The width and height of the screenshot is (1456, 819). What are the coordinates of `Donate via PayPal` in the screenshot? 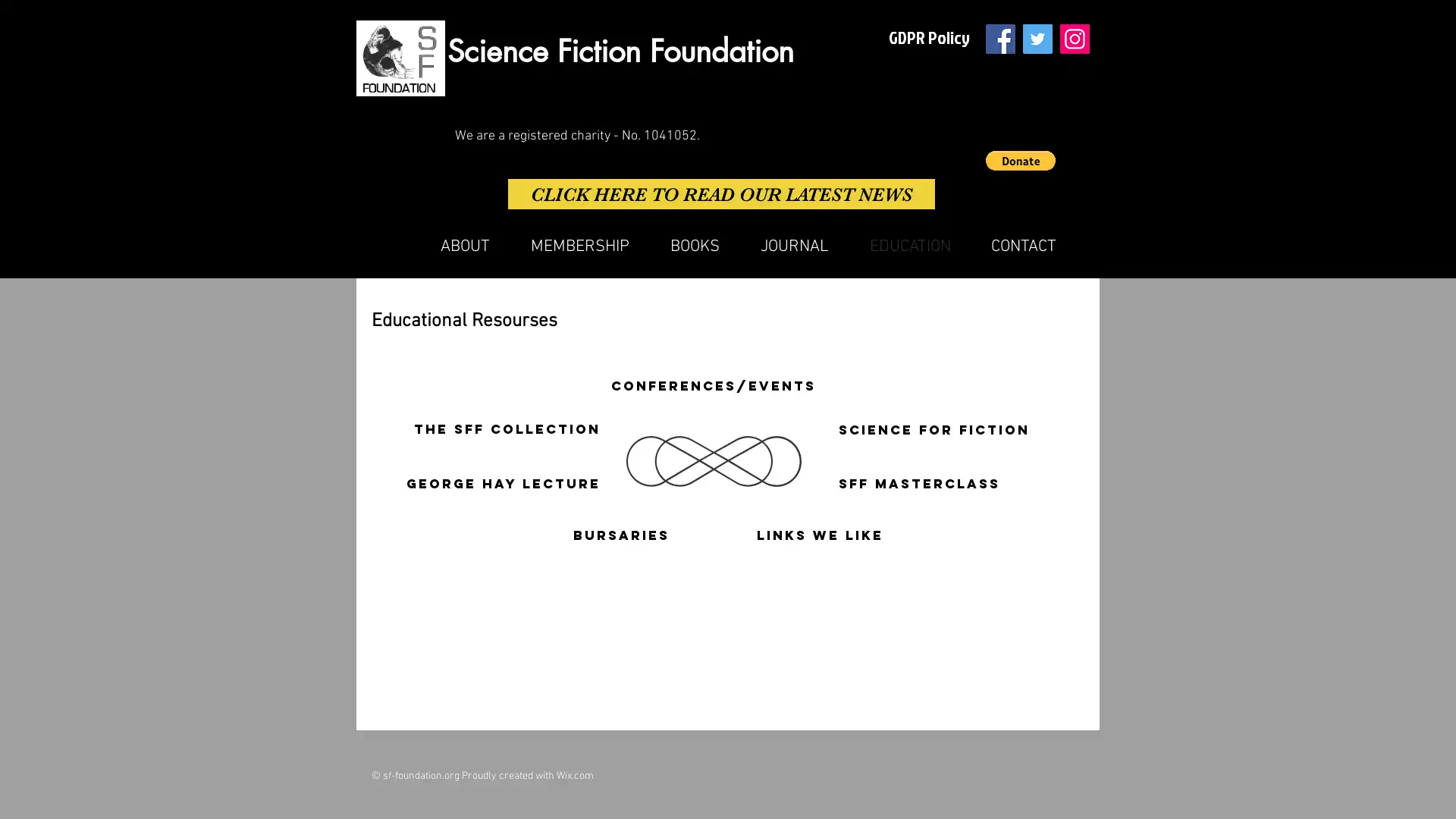 It's located at (1020, 161).